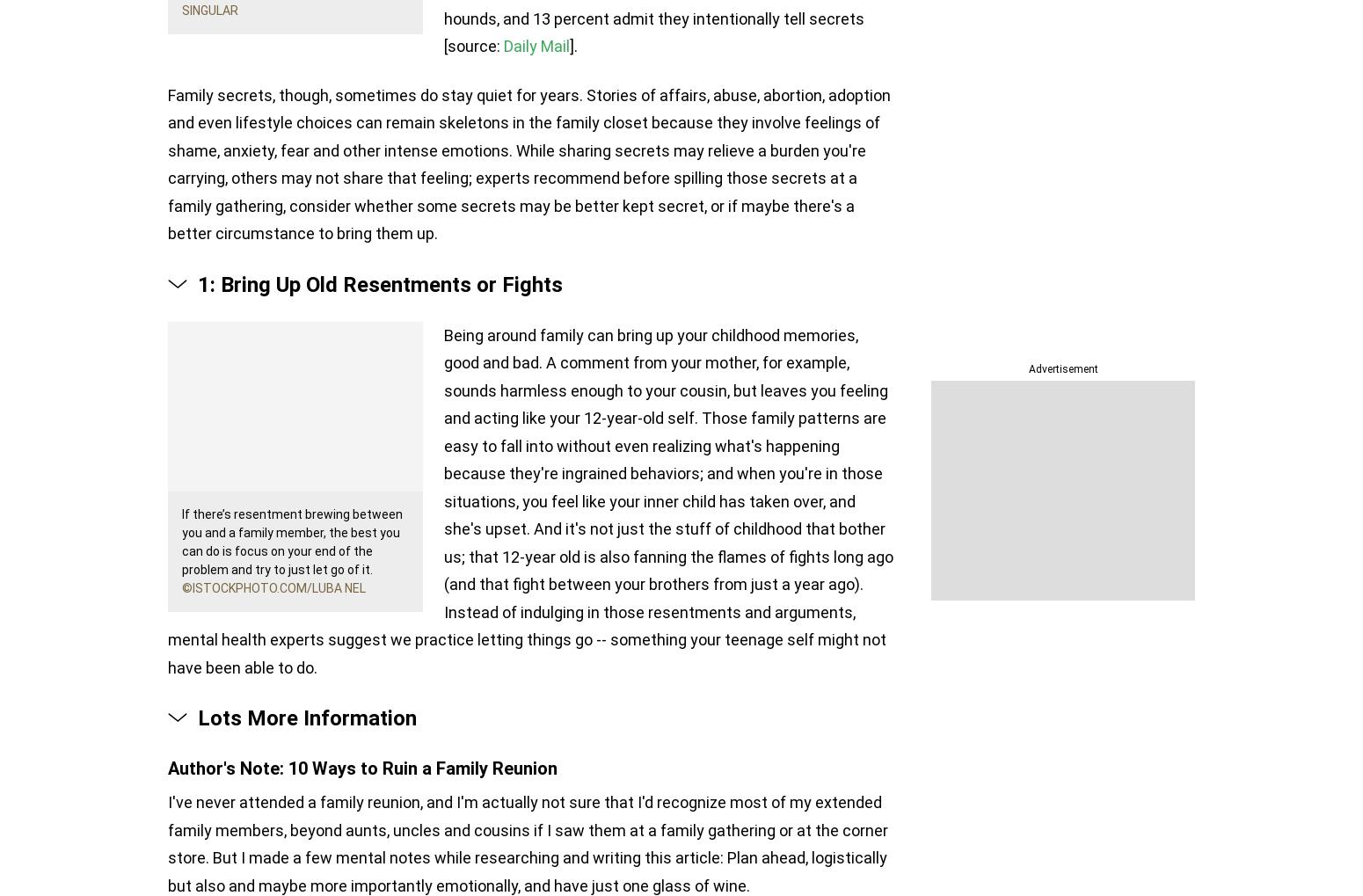 The image size is (1363, 896). Describe the element at coordinates (536, 46) in the screenshot. I see `'Daily Mail'` at that location.